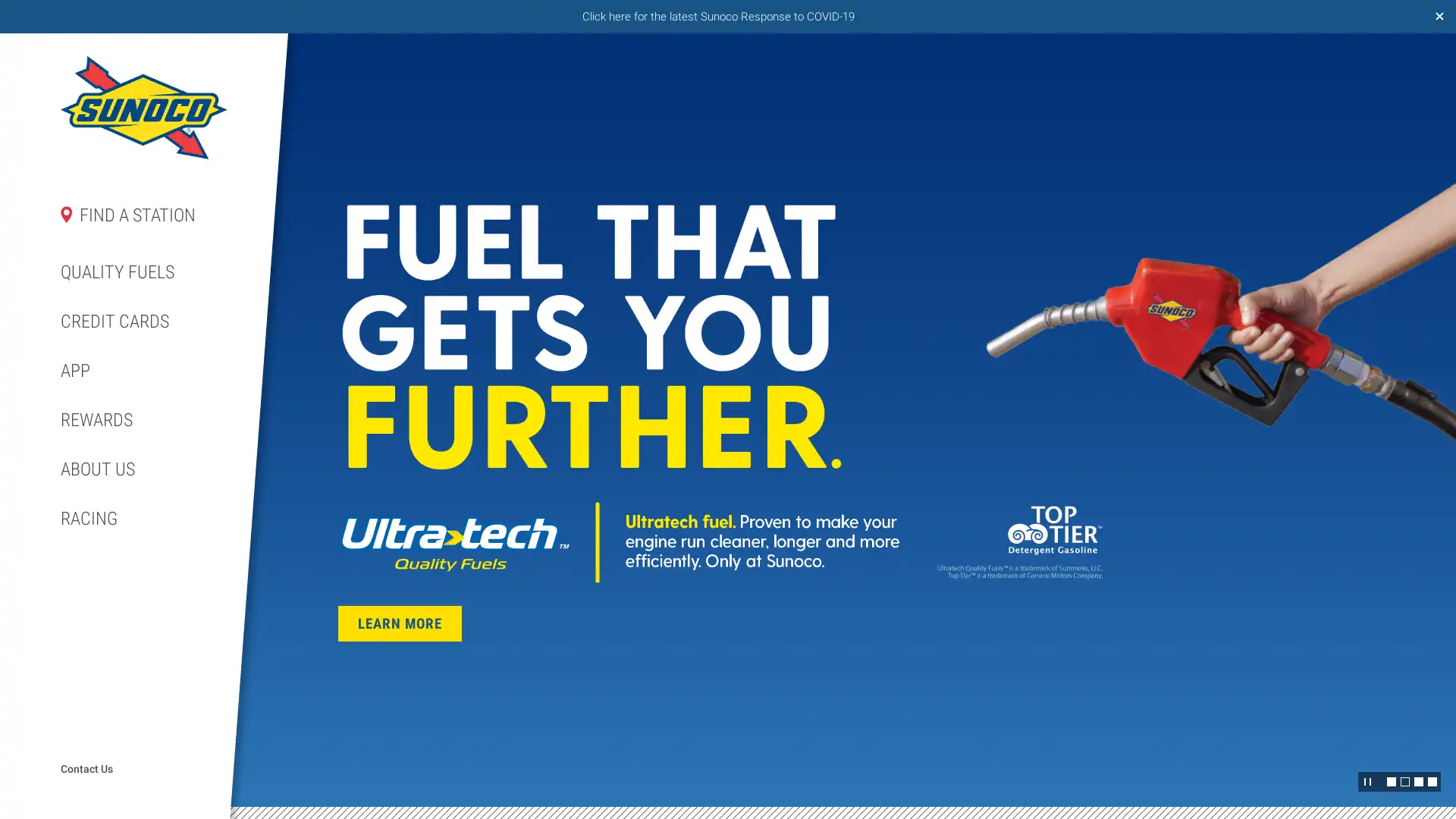 This screenshot has width=1456, height=819. I want to click on Toggle Slideshow Playback, so click(1367, 781).